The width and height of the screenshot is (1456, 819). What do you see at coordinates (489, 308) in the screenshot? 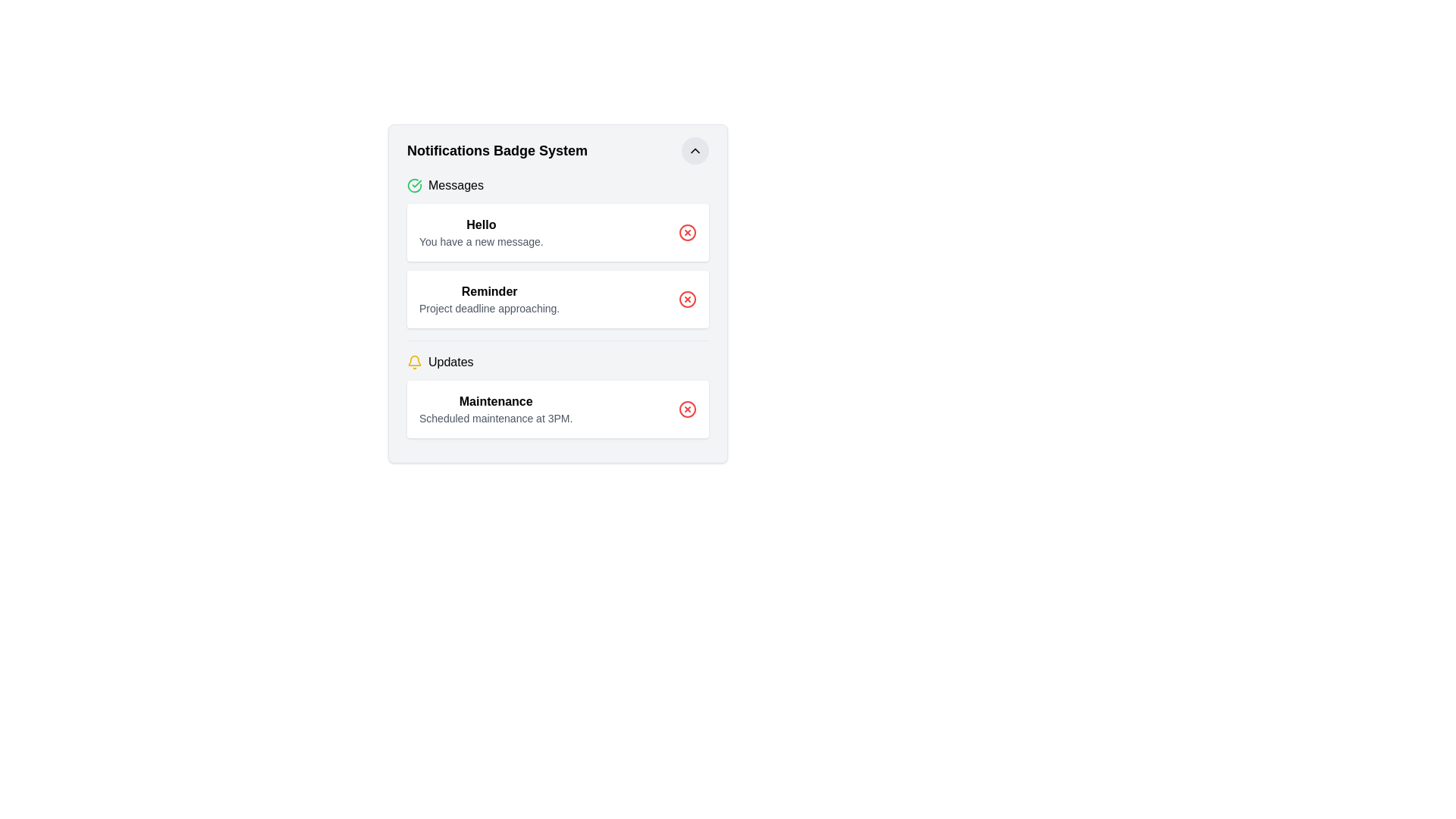
I see `static text label that provides additional information related to the notification title 'Reminder', located below the title text within the notification card` at bounding box center [489, 308].